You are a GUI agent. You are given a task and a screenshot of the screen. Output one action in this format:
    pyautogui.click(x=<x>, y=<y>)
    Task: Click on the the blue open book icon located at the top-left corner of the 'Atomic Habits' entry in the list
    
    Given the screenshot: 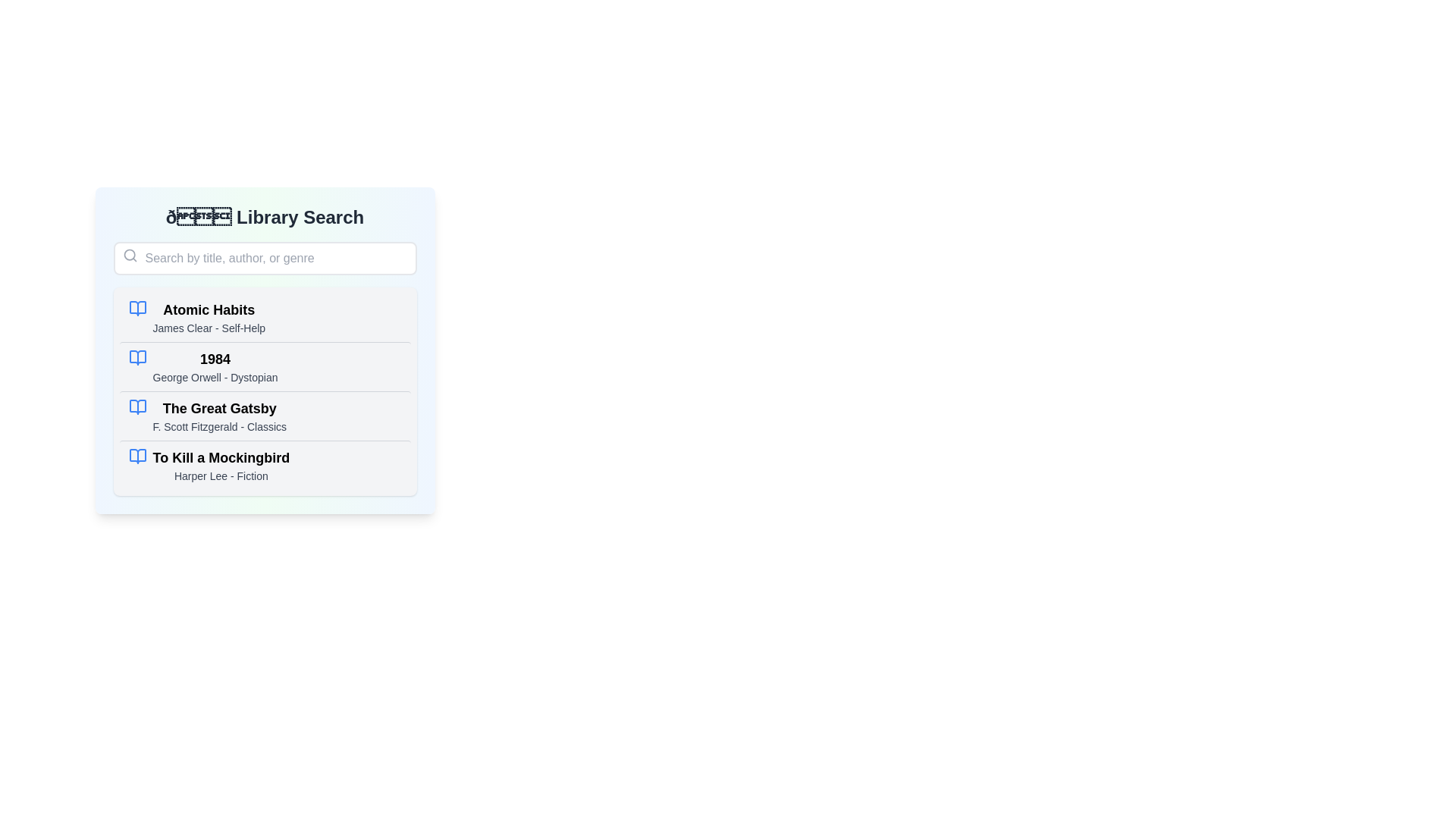 What is the action you would take?
    pyautogui.click(x=137, y=308)
    